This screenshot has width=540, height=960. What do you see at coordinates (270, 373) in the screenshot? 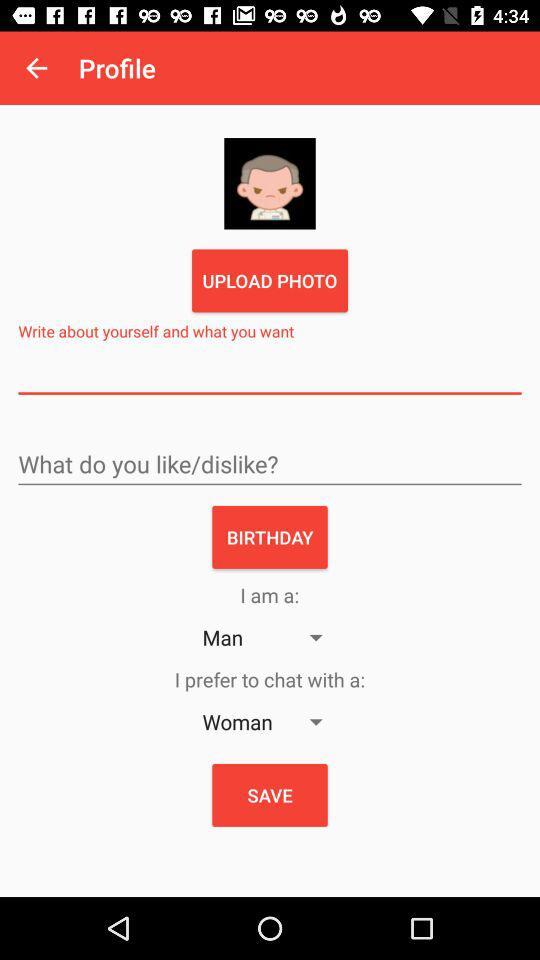
I see `to enter text` at bounding box center [270, 373].